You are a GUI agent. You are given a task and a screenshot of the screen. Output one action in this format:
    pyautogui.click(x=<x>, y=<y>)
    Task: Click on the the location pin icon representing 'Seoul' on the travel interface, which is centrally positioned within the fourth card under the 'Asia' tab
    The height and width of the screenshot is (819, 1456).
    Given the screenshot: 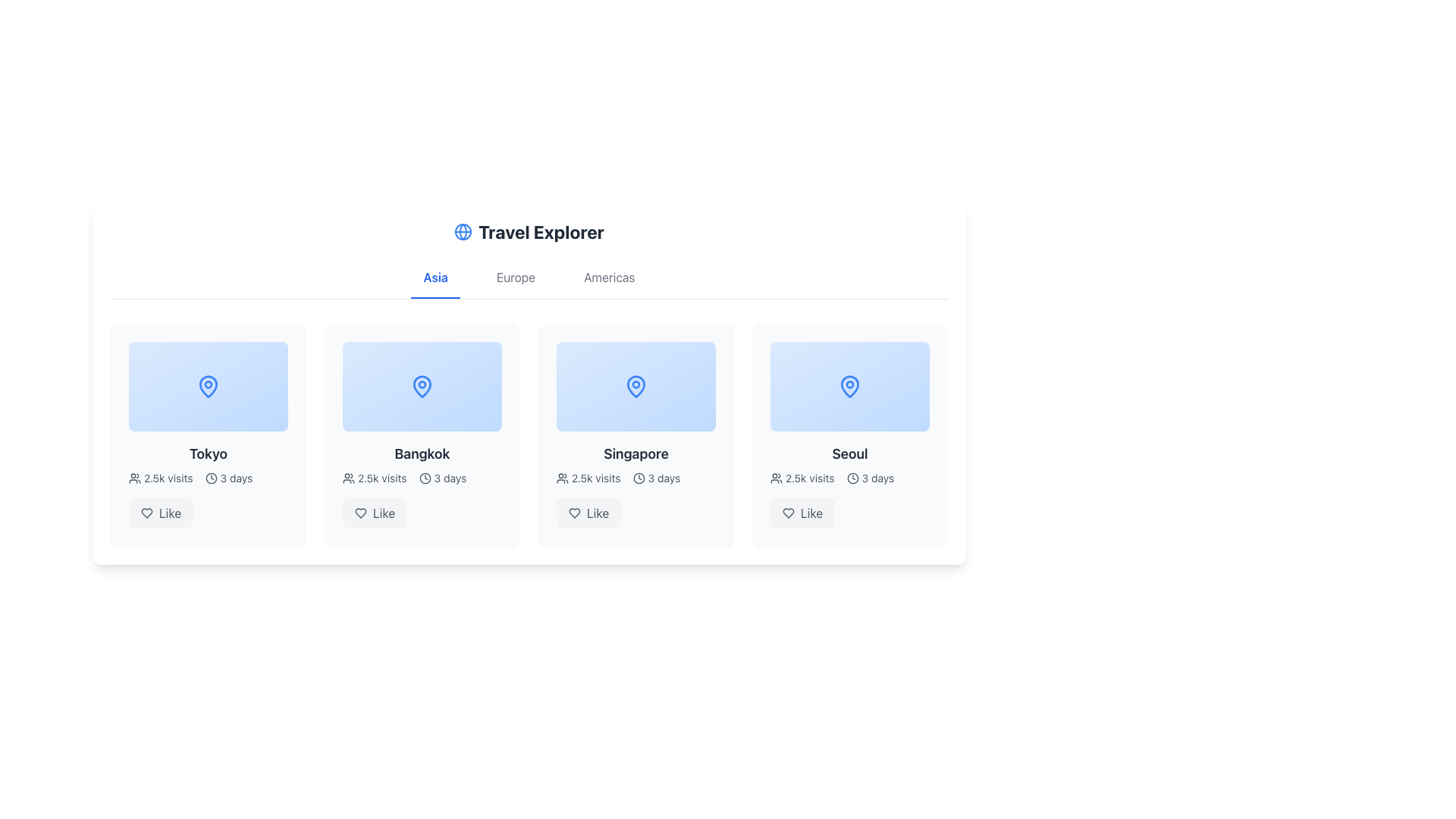 What is the action you would take?
    pyautogui.click(x=850, y=385)
    